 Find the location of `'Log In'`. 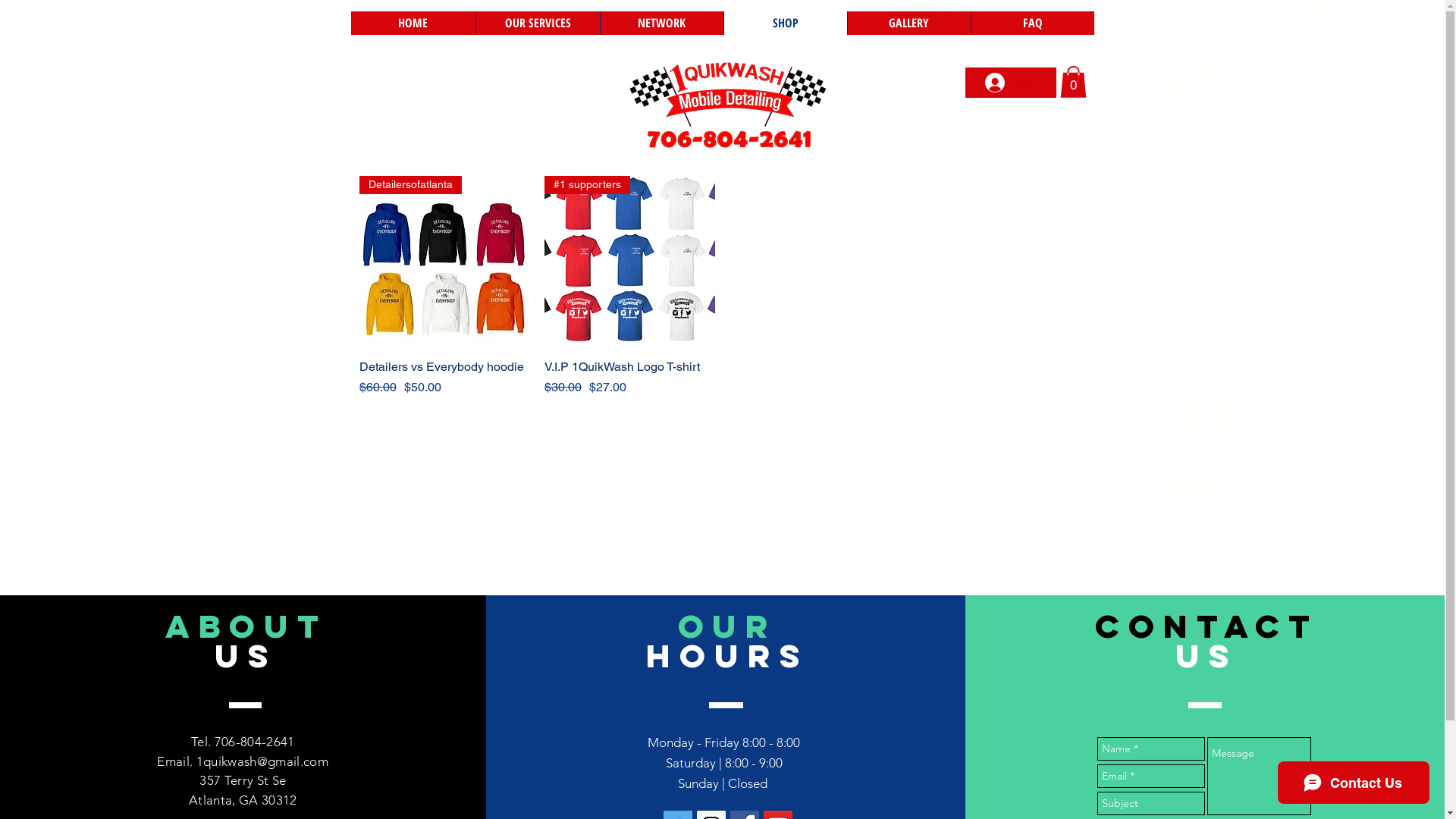

'Log In' is located at coordinates (1015, 82).